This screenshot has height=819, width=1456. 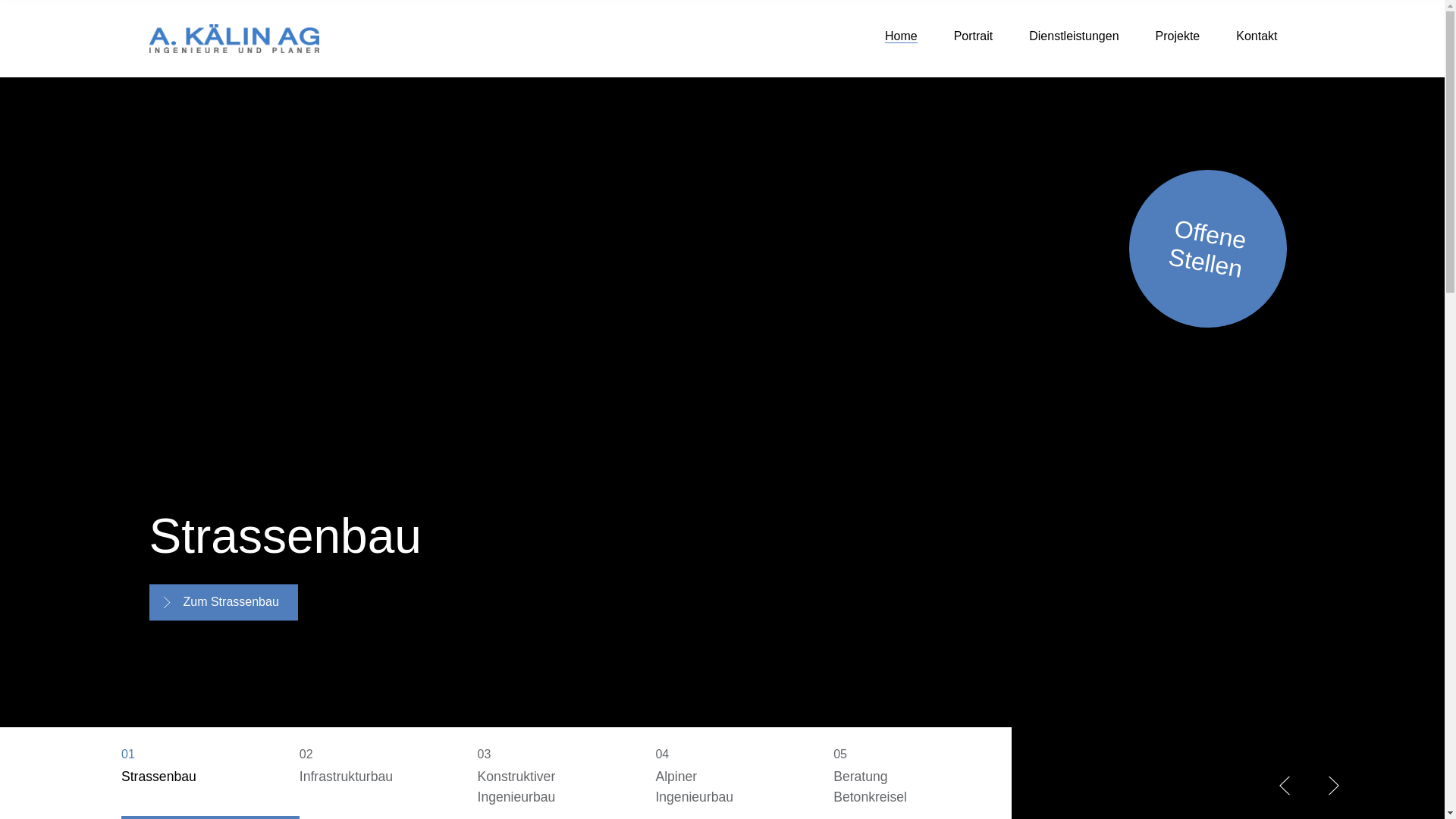 What do you see at coordinates (901, 35) in the screenshot?
I see `'Home'` at bounding box center [901, 35].